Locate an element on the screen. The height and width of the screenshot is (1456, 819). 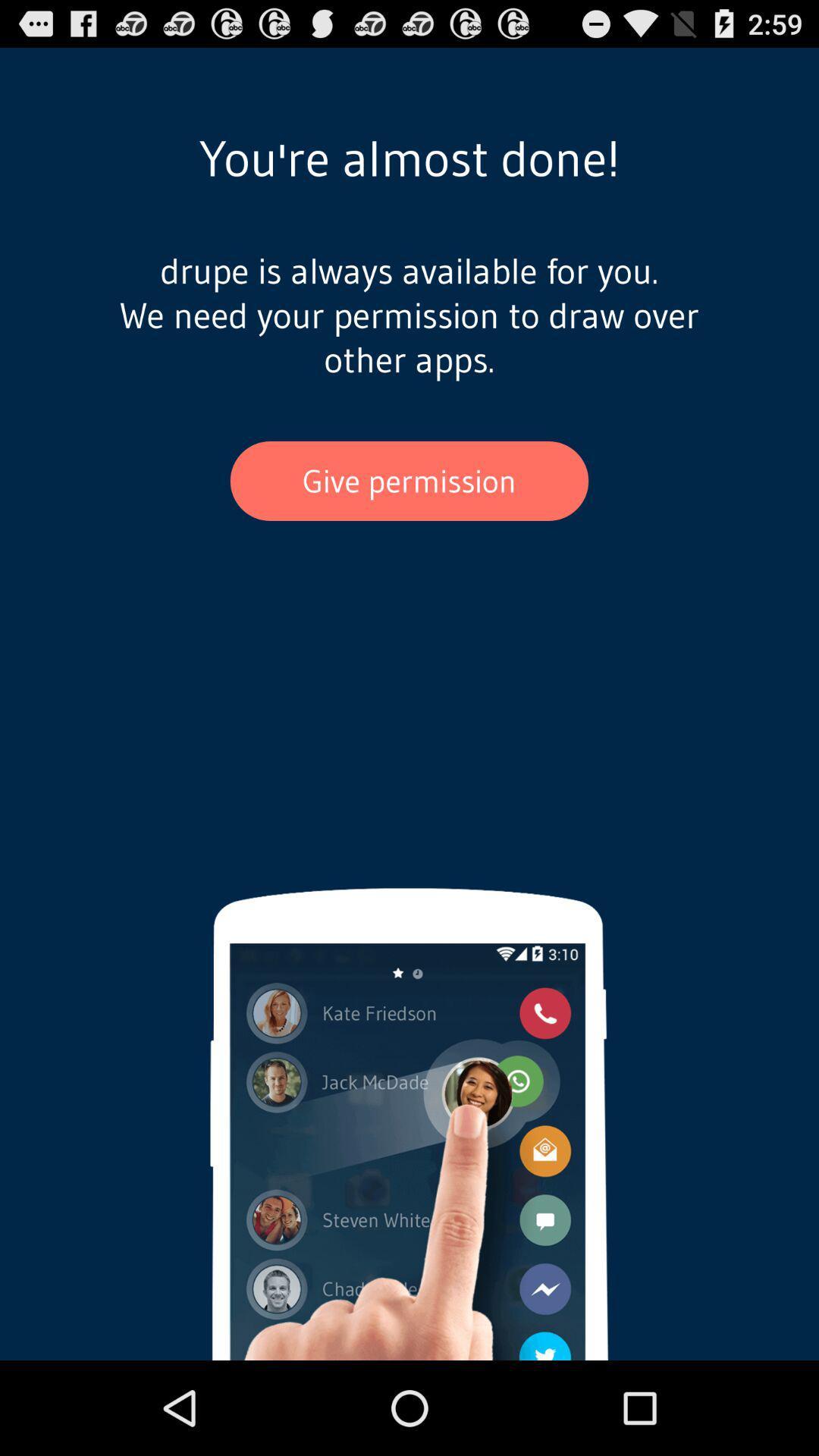
give permission item is located at coordinates (409, 480).